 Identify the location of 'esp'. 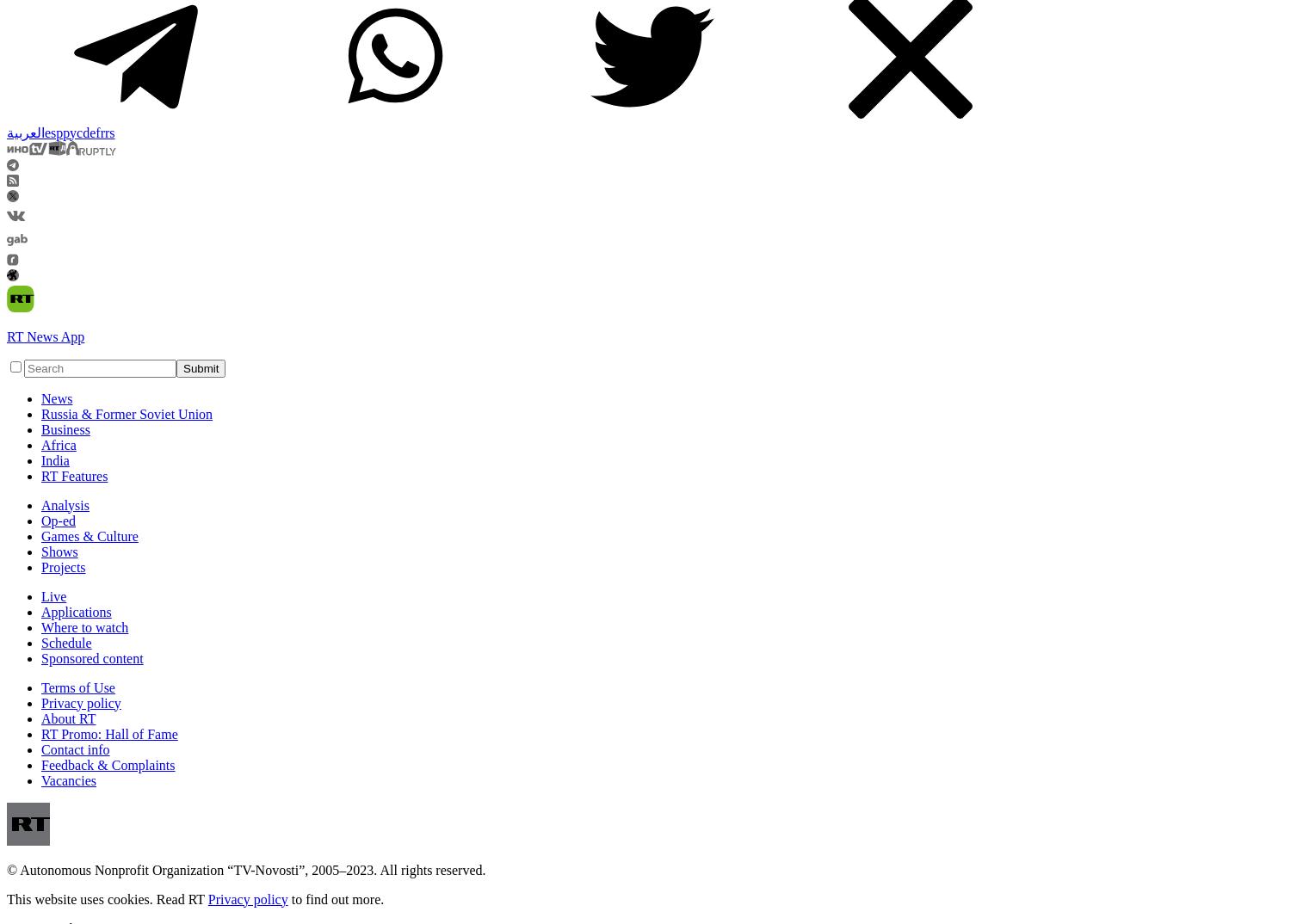
(53, 131).